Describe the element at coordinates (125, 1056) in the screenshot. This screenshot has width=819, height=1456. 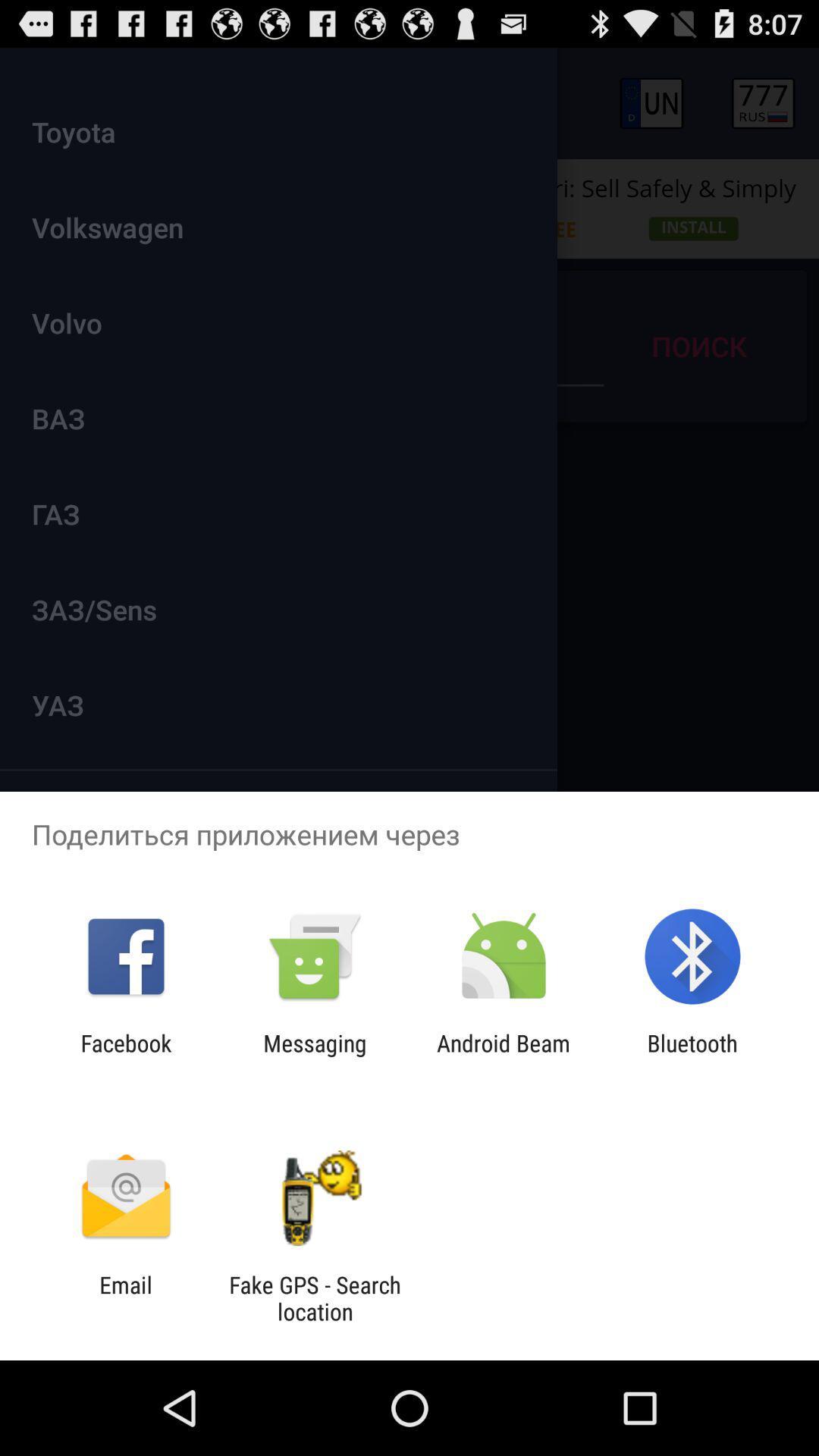
I see `item next to the messaging` at that location.